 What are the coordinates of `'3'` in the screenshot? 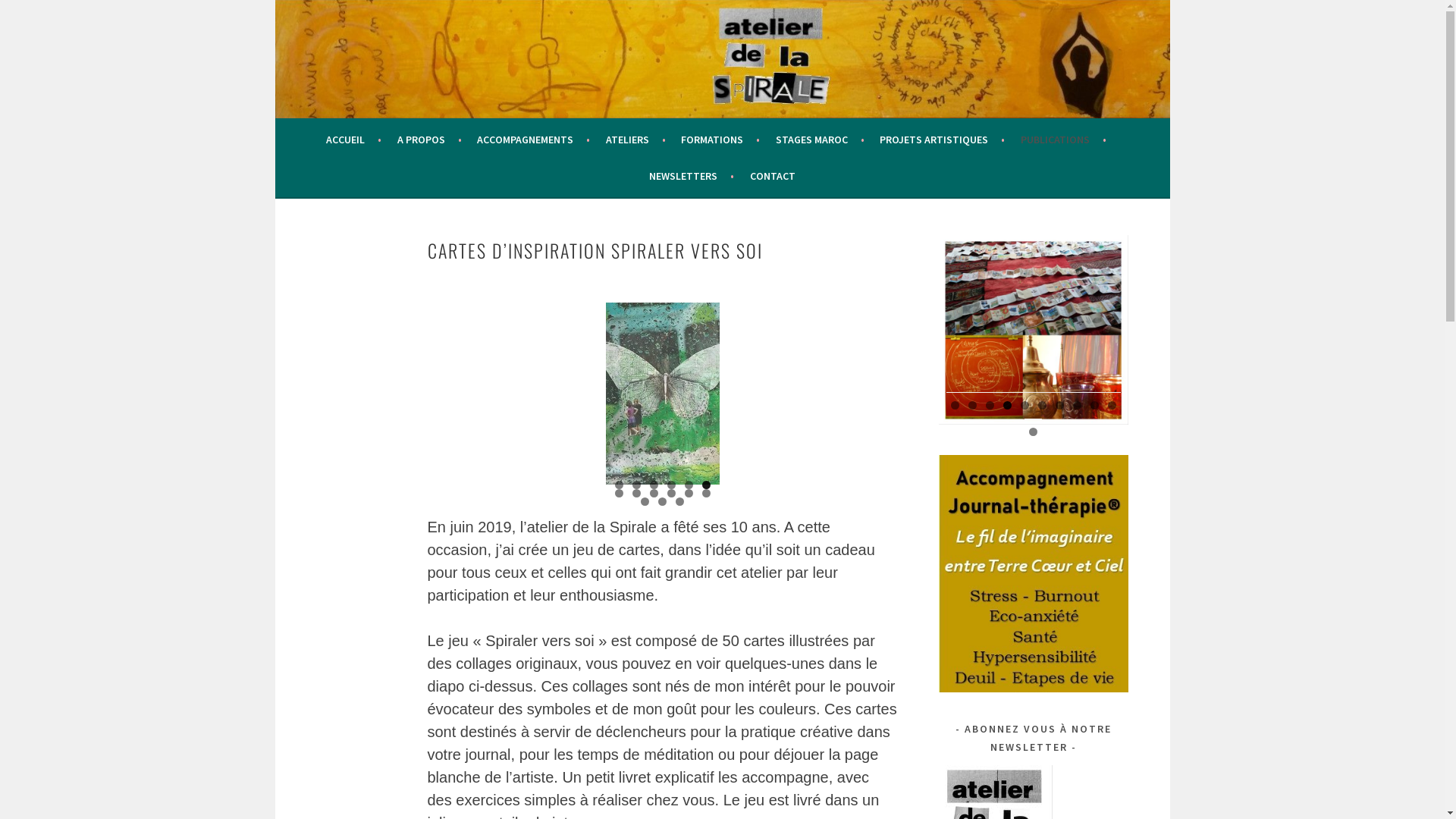 It's located at (653, 485).